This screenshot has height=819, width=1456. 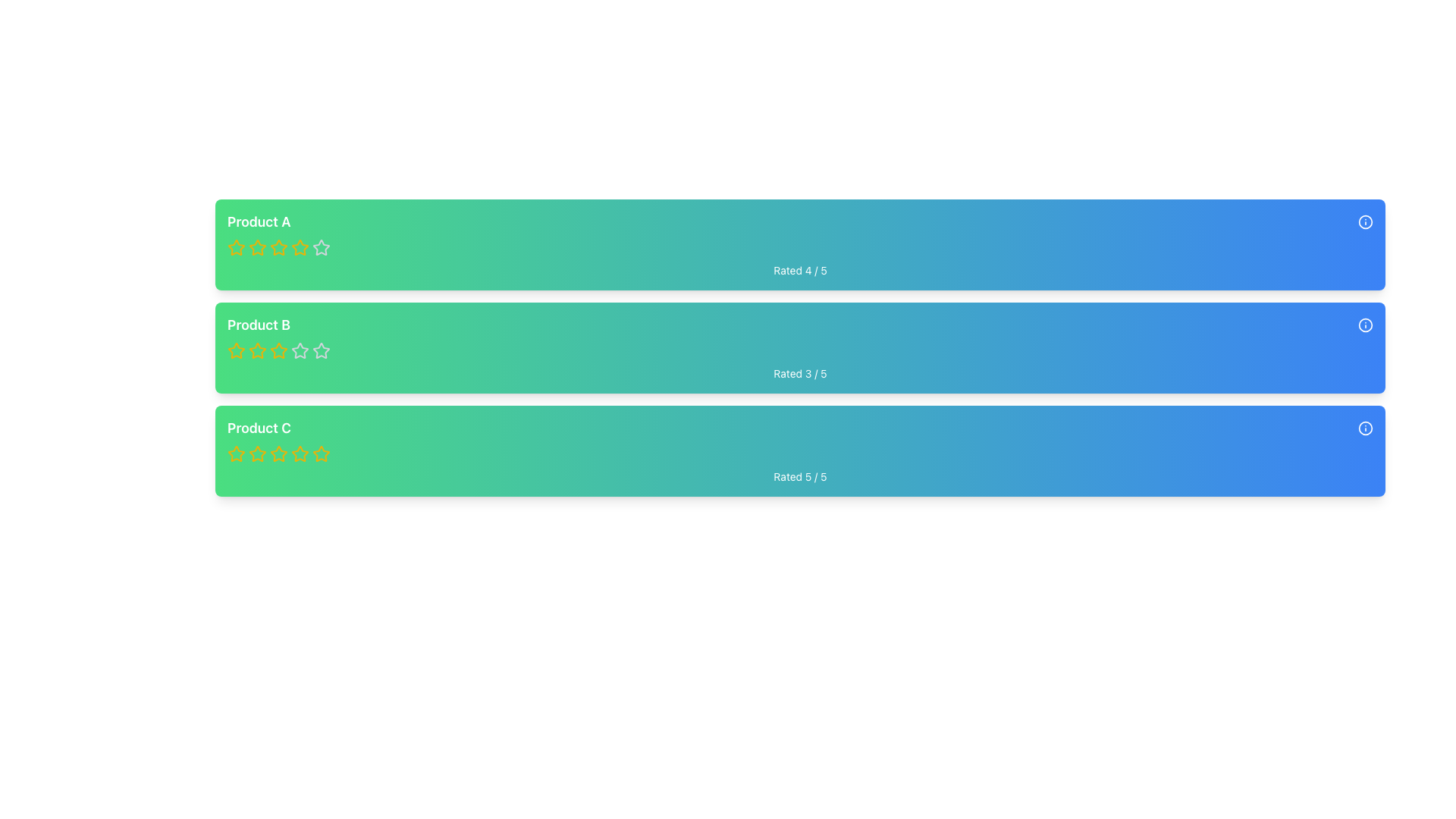 What do you see at coordinates (236, 453) in the screenshot?
I see `first star icon in the rating section of Product C, which has a yellow outline and translucent green fill, for visual feedback` at bounding box center [236, 453].